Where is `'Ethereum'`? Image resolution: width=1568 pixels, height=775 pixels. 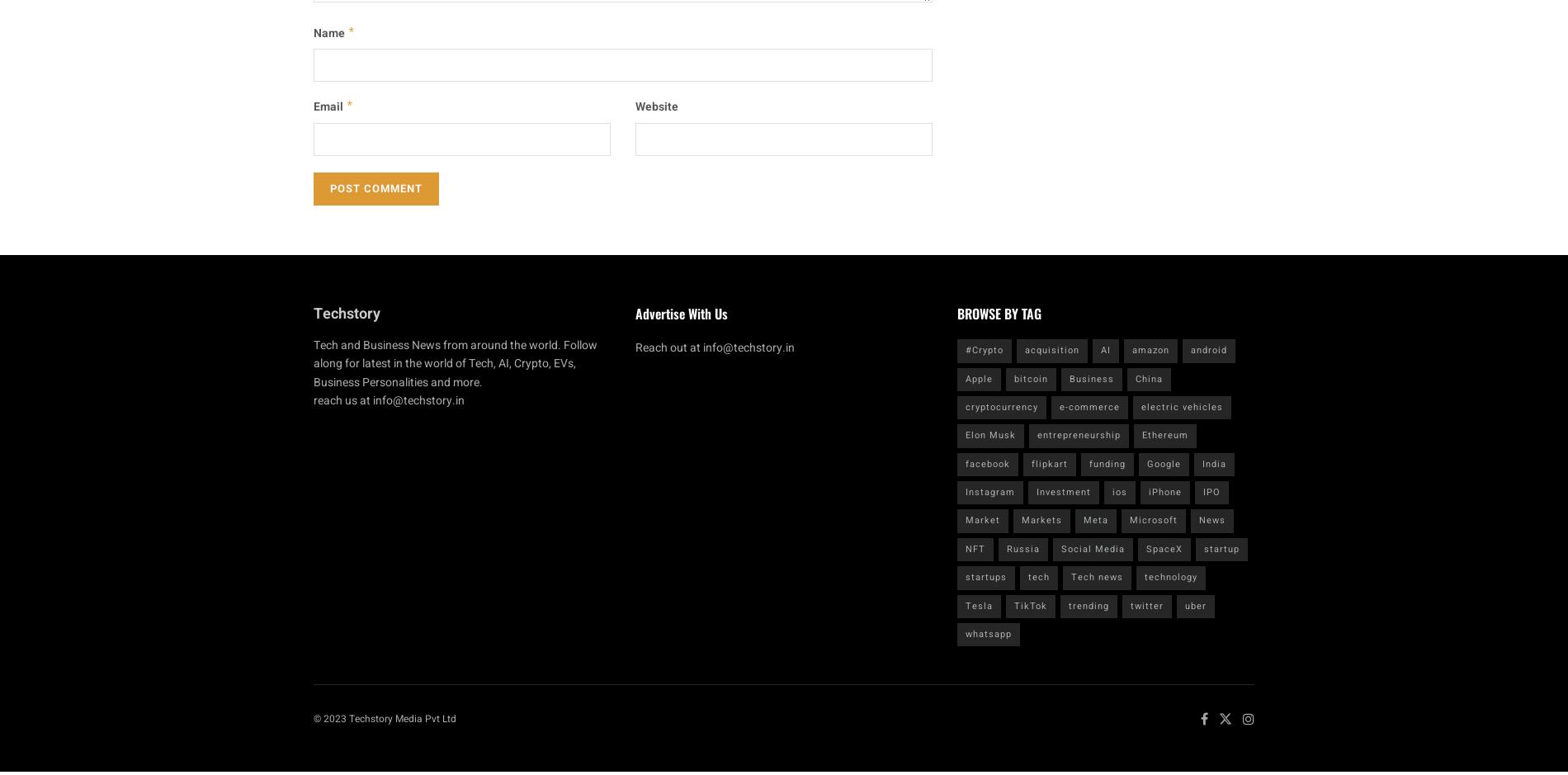
'Ethereum' is located at coordinates (1164, 435).